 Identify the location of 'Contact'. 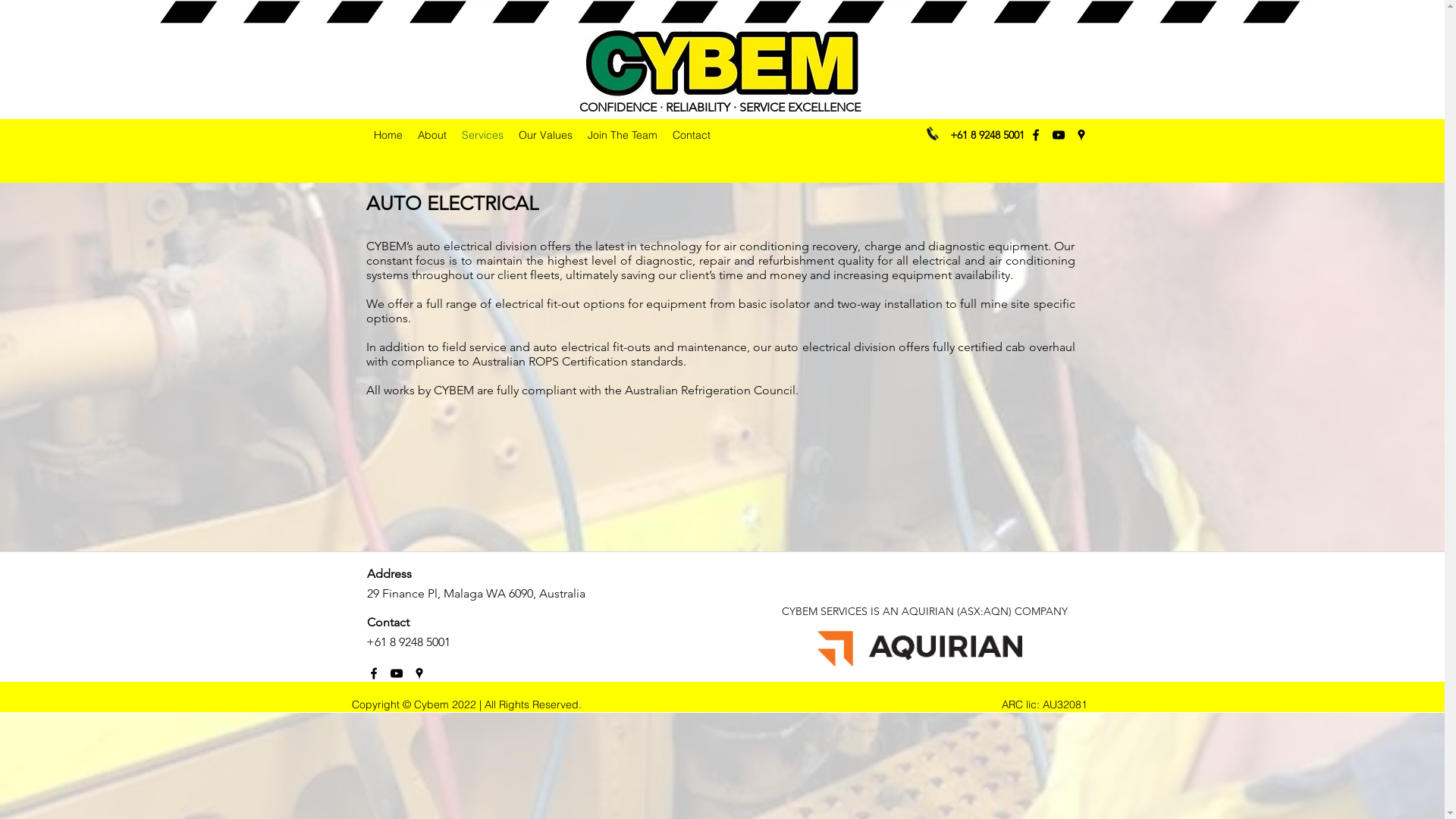
(690, 133).